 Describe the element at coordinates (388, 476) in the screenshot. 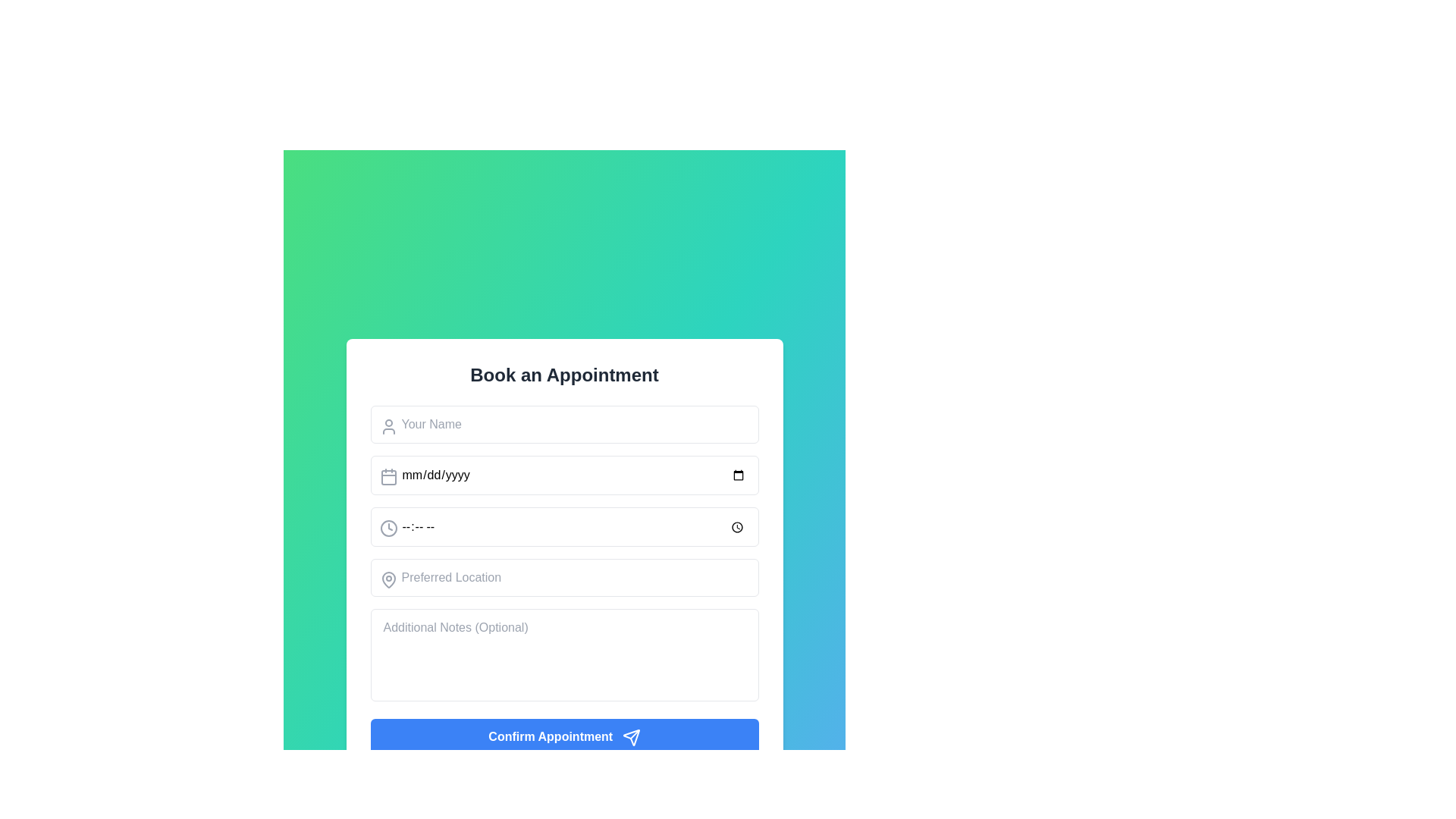

I see `the calendar icon, which is a light gray icon with a square outline and two vertical lines at the top` at that location.